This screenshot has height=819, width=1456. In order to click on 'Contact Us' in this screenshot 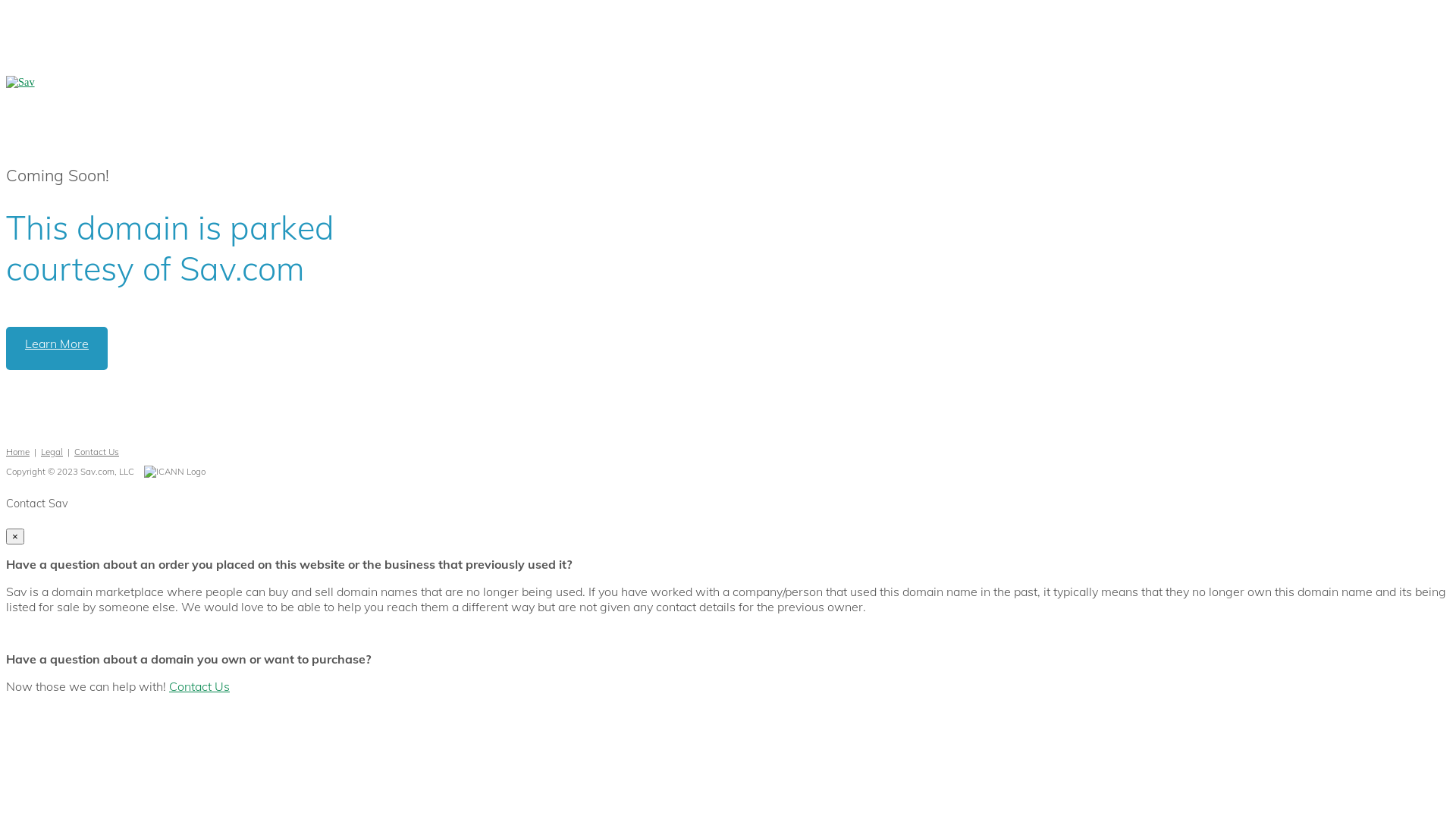, I will do `click(73, 450)`.